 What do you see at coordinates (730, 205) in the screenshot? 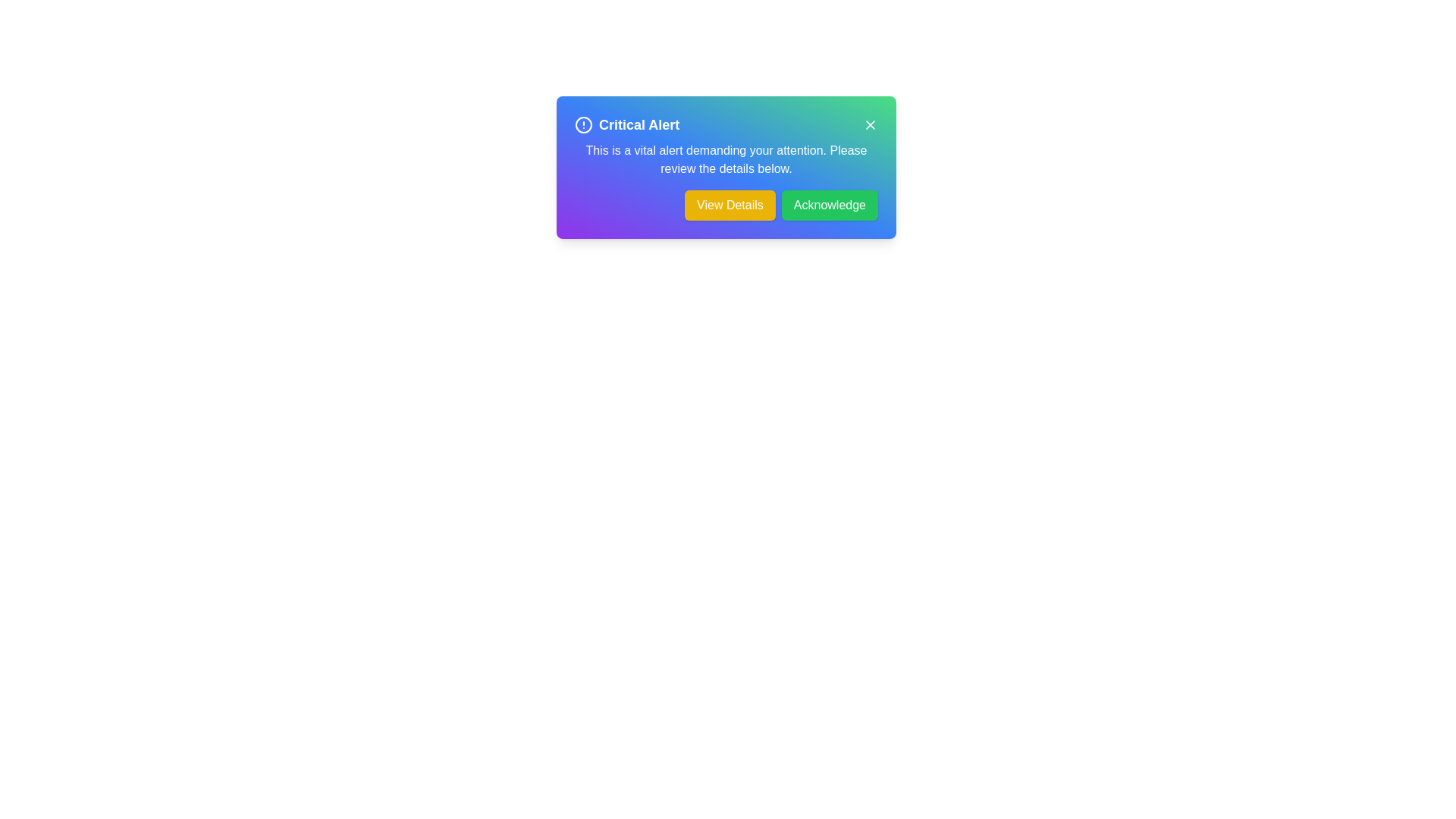
I see `the first button located near the bottom of the alert dialog box` at bounding box center [730, 205].